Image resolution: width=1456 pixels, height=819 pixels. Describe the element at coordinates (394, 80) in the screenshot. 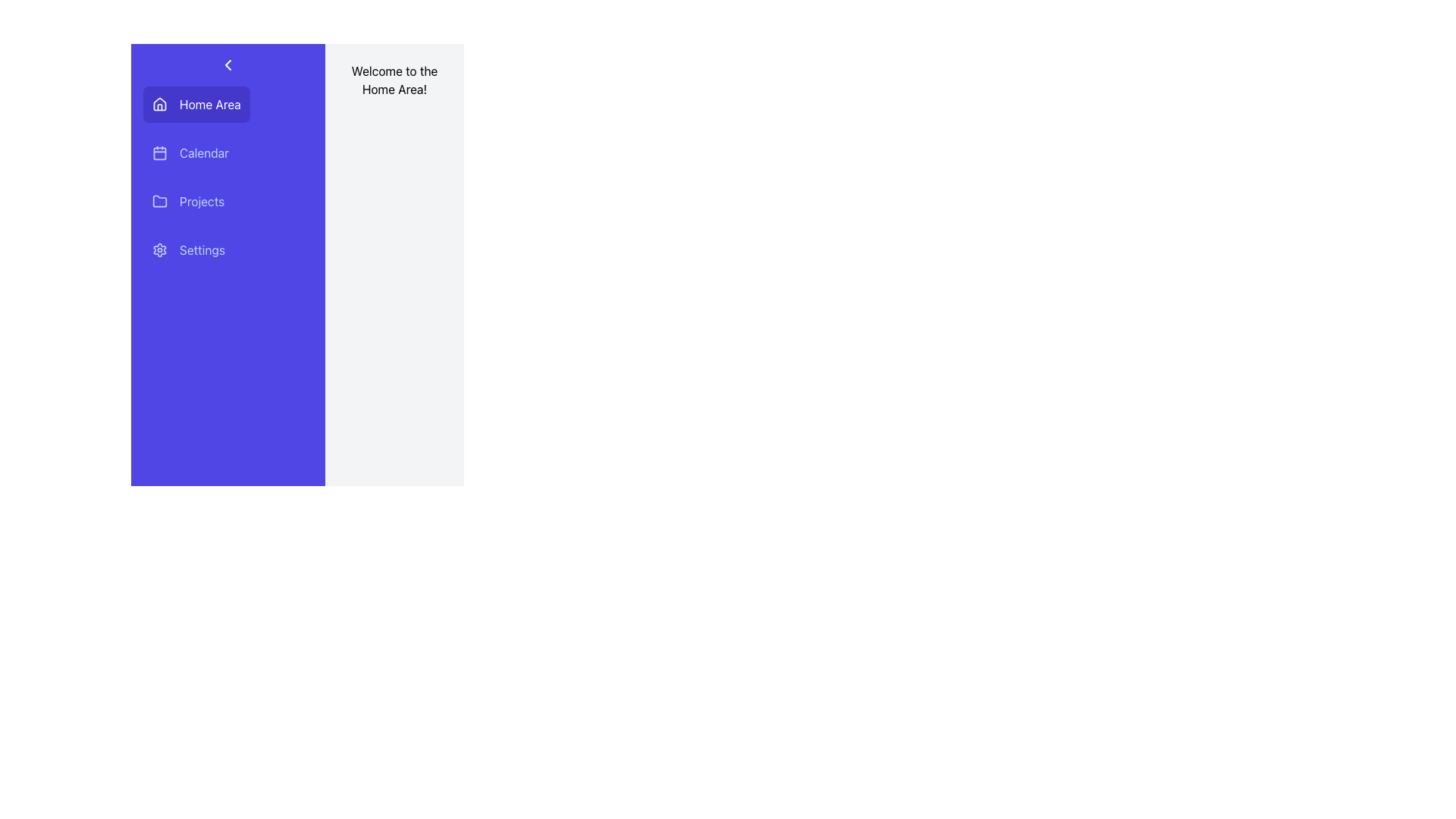

I see `welcome message text label located at the top-right portion of the interface, within the light gray area adjacent to the vertical navigation menu` at that location.